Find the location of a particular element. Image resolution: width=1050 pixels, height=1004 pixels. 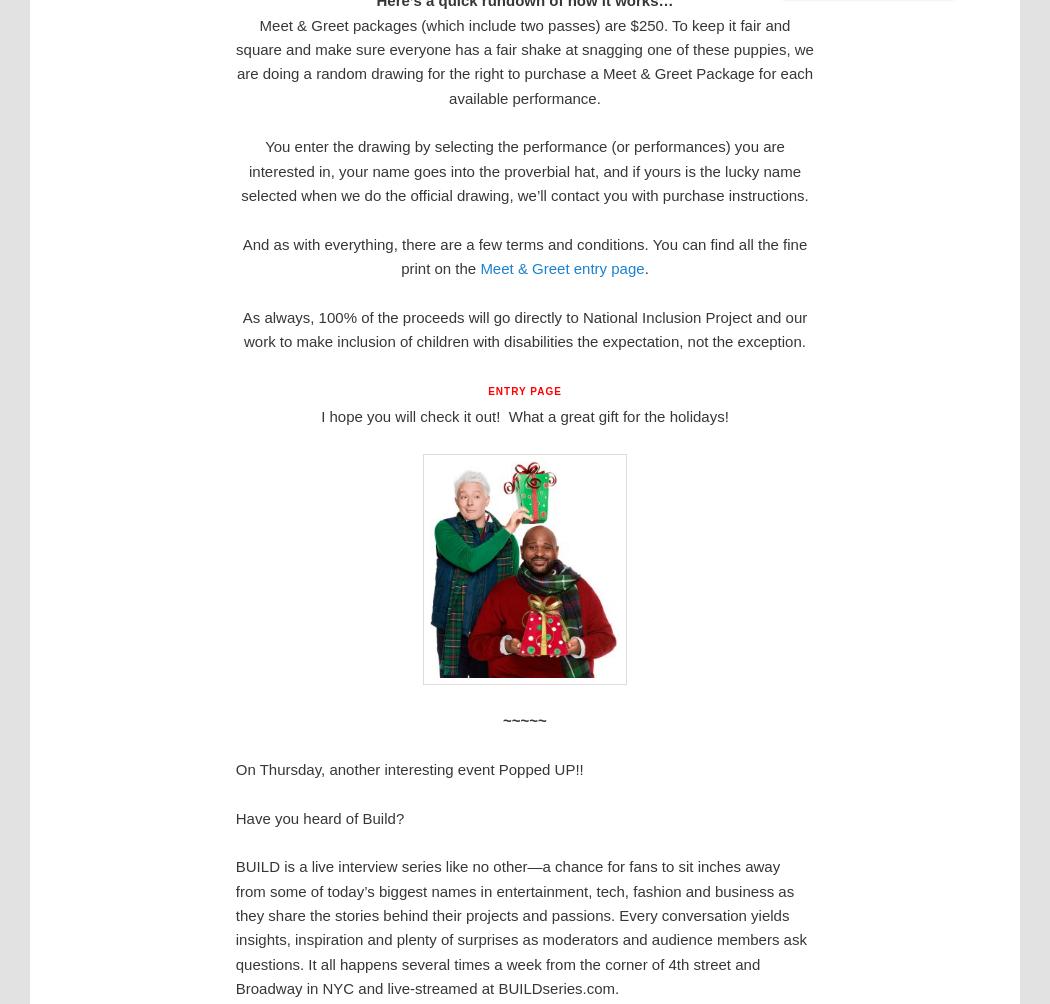

'Meet & Greet packages (which include two passes) are $250. To keep it fair and square and make sure everyone has a fair shake at snagging one of these puppies, we are doing a random drawing for the right to purchase a Meet & Greet Package for each available performance.' is located at coordinates (236, 61).